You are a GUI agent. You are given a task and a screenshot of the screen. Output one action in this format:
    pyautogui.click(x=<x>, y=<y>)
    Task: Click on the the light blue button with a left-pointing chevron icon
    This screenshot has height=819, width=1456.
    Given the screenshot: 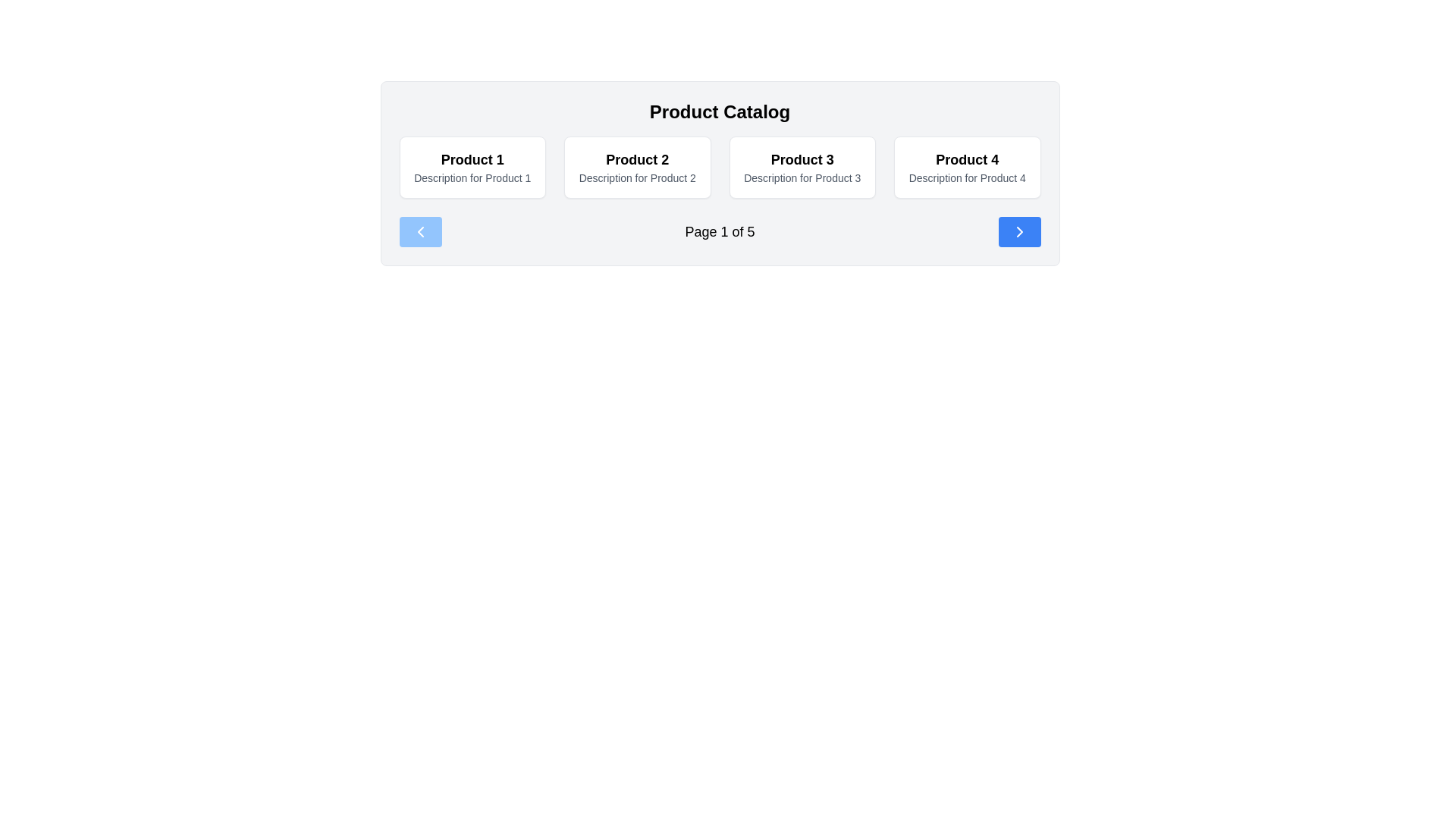 What is the action you would take?
    pyautogui.click(x=420, y=231)
    